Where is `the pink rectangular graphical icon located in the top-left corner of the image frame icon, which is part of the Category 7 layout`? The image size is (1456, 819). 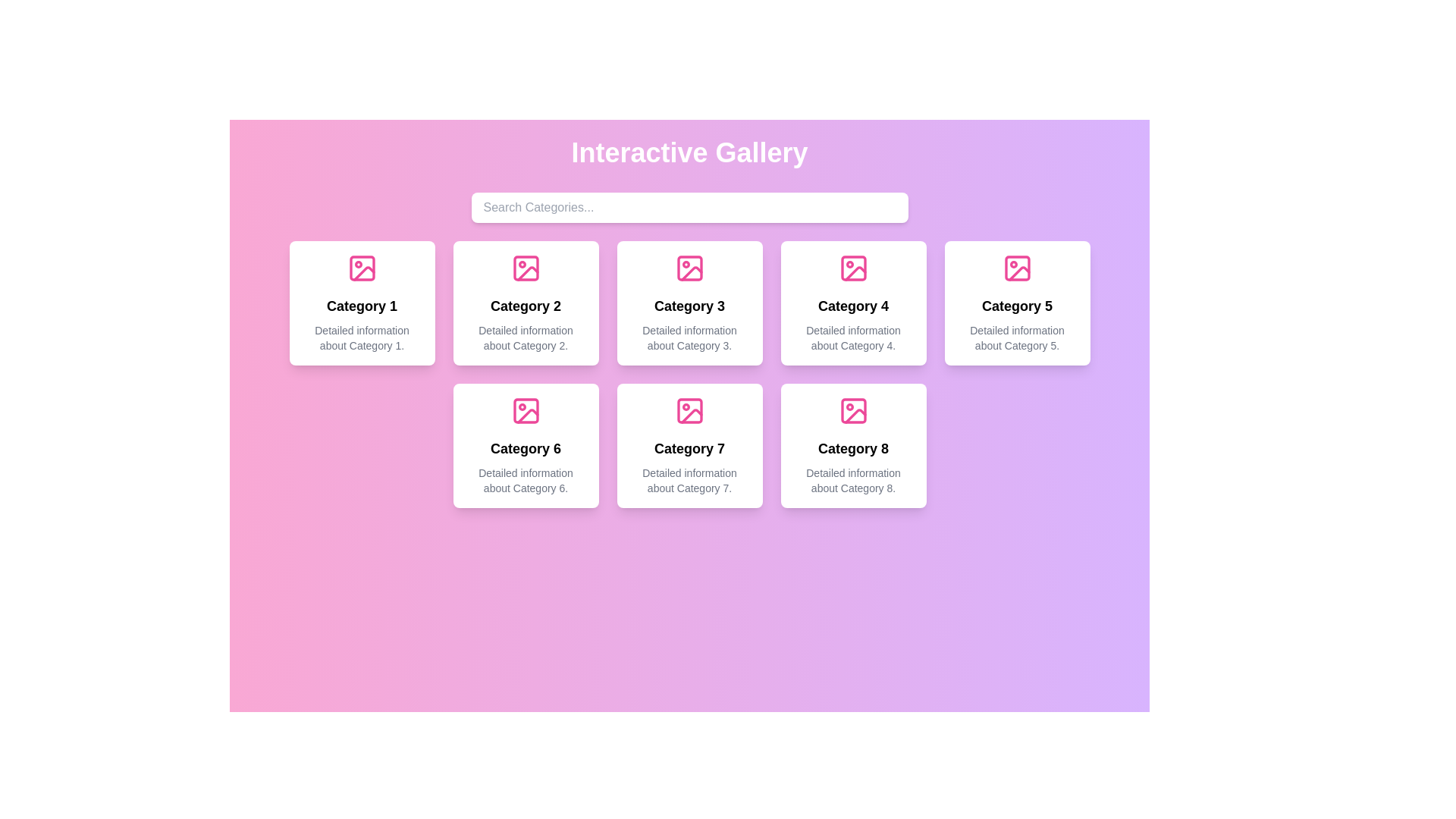
the pink rectangular graphical icon located in the top-left corner of the image frame icon, which is part of the Category 7 layout is located at coordinates (689, 411).